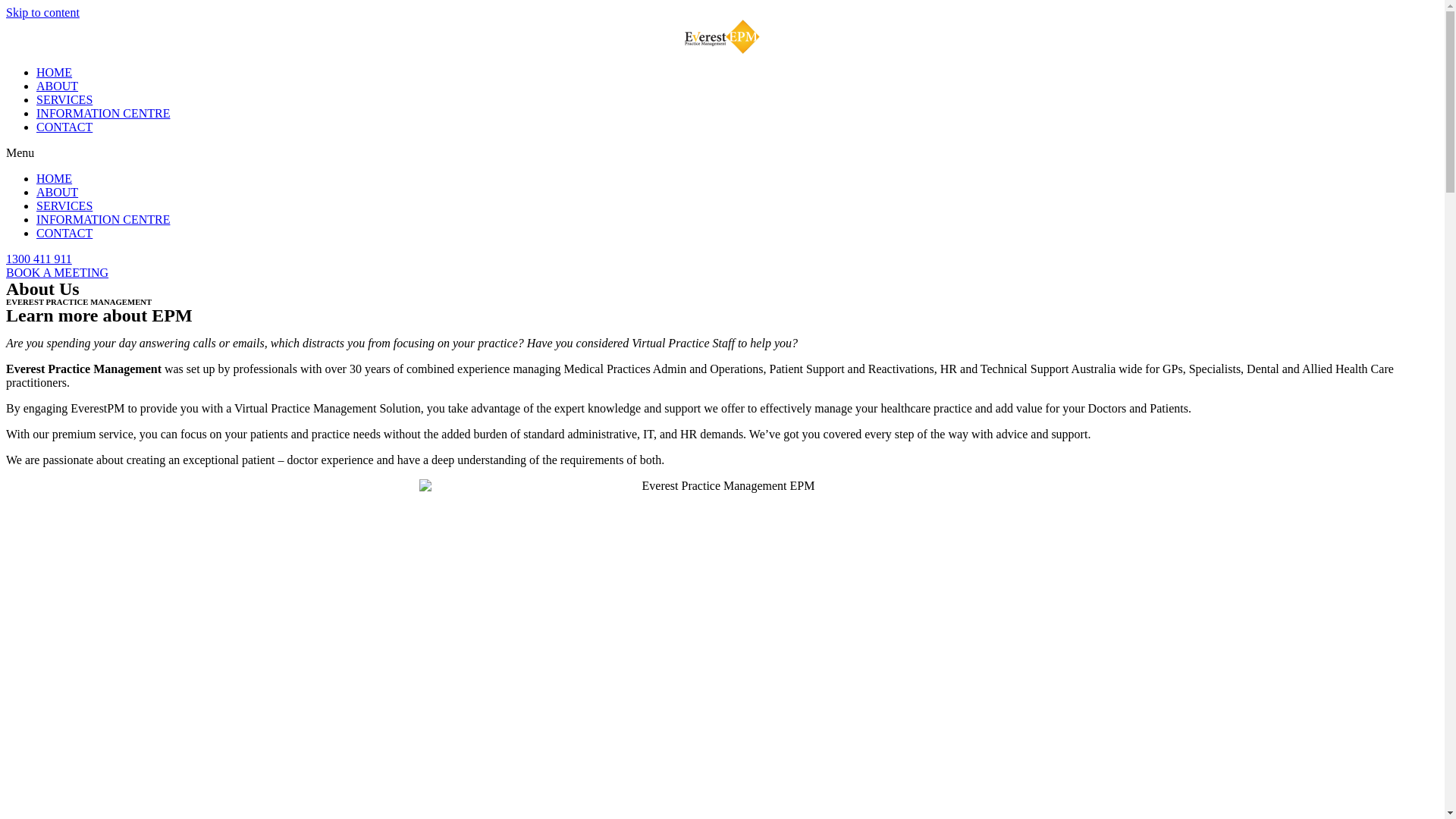  Describe the element at coordinates (36, 112) in the screenshot. I see `'INFORMATION CENTRE'` at that location.